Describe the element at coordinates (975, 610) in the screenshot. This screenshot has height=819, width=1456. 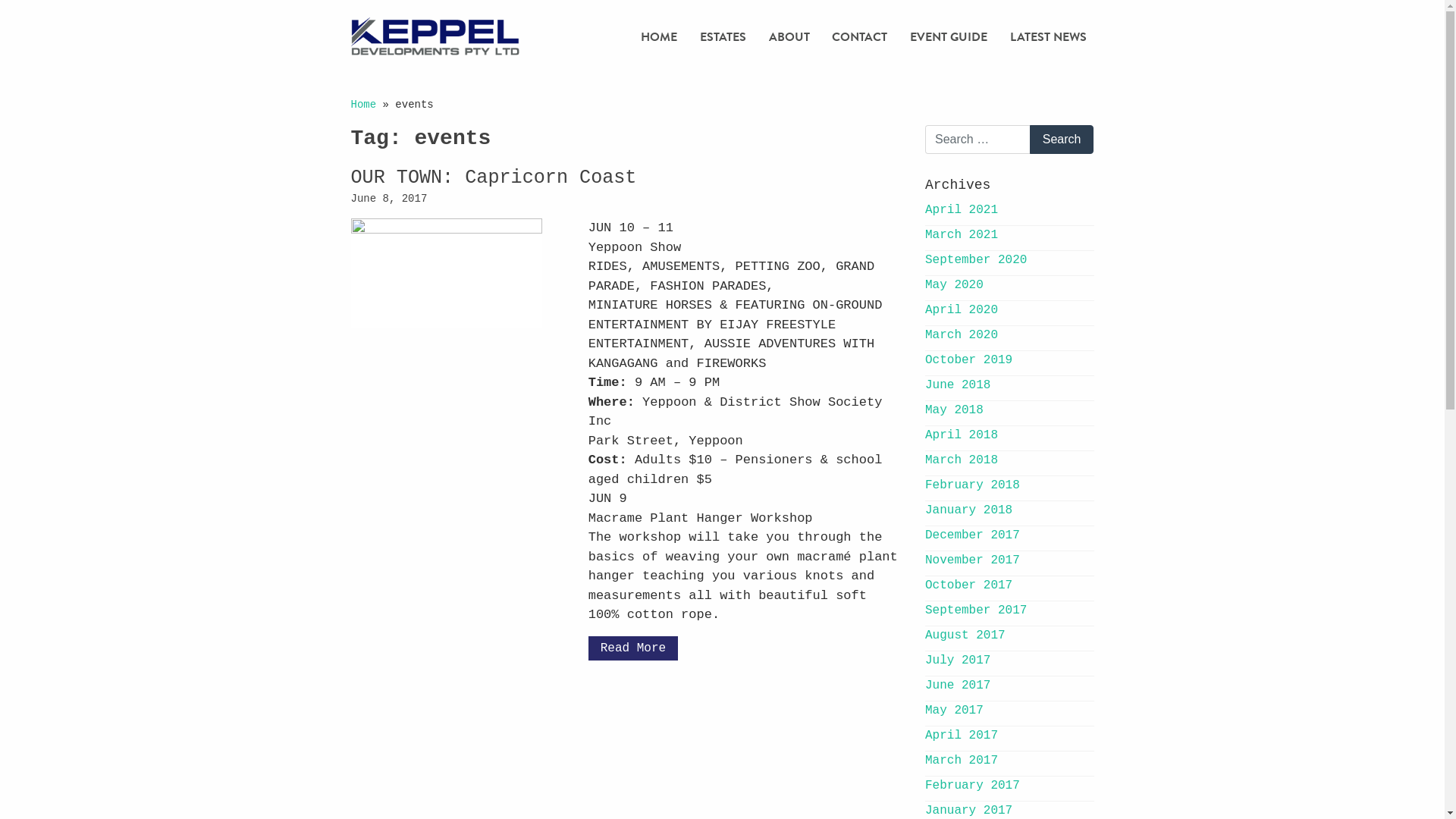
I see `'September 2017'` at that location.